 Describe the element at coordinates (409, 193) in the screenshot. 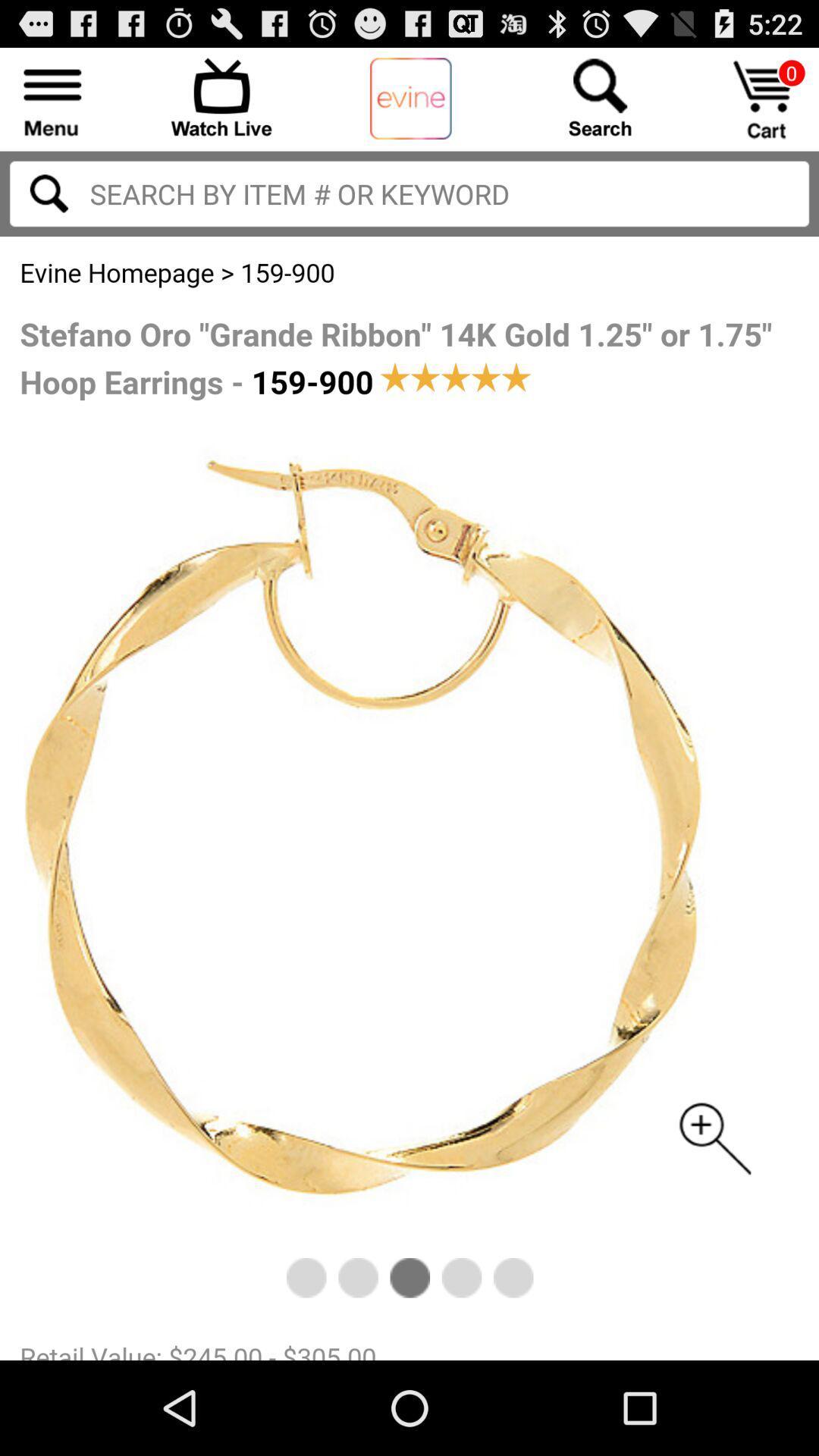

I see `search item` at that location.